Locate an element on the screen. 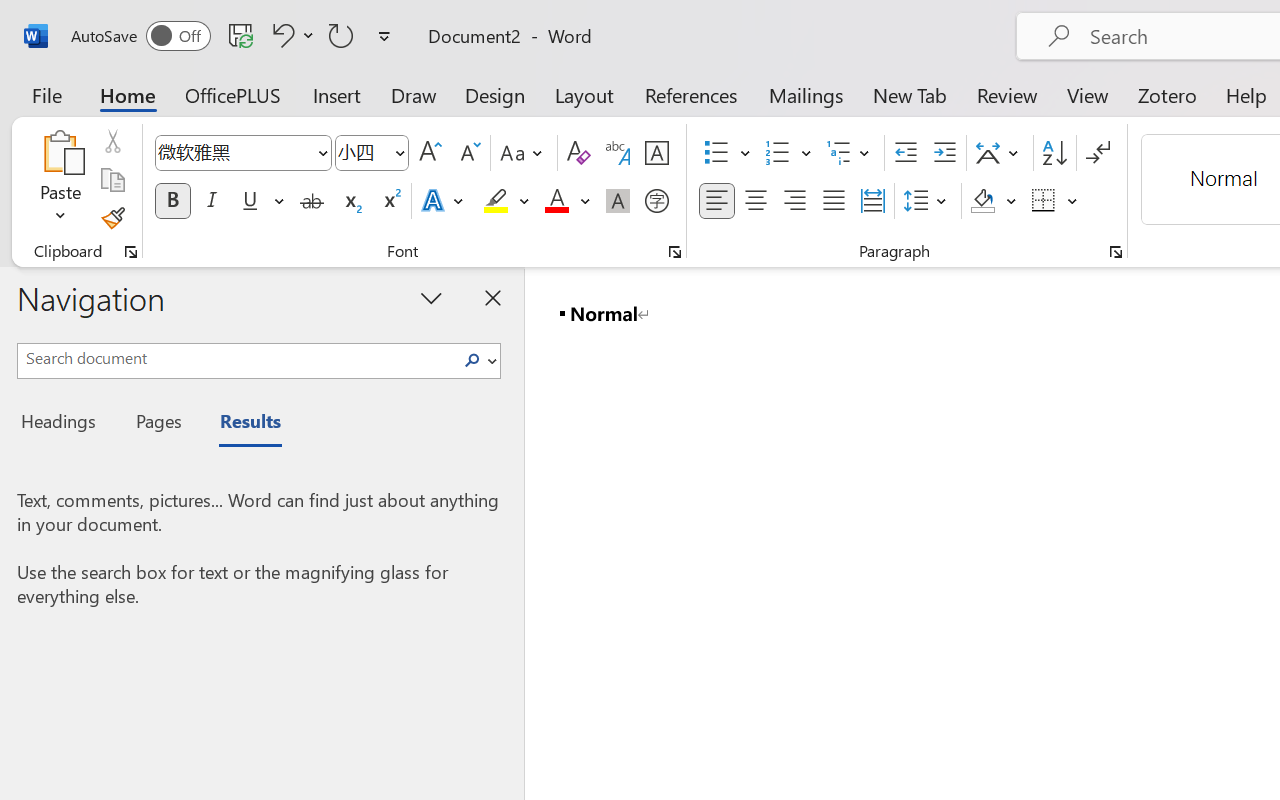  'Numbering' is located at coordinates (788, 153).